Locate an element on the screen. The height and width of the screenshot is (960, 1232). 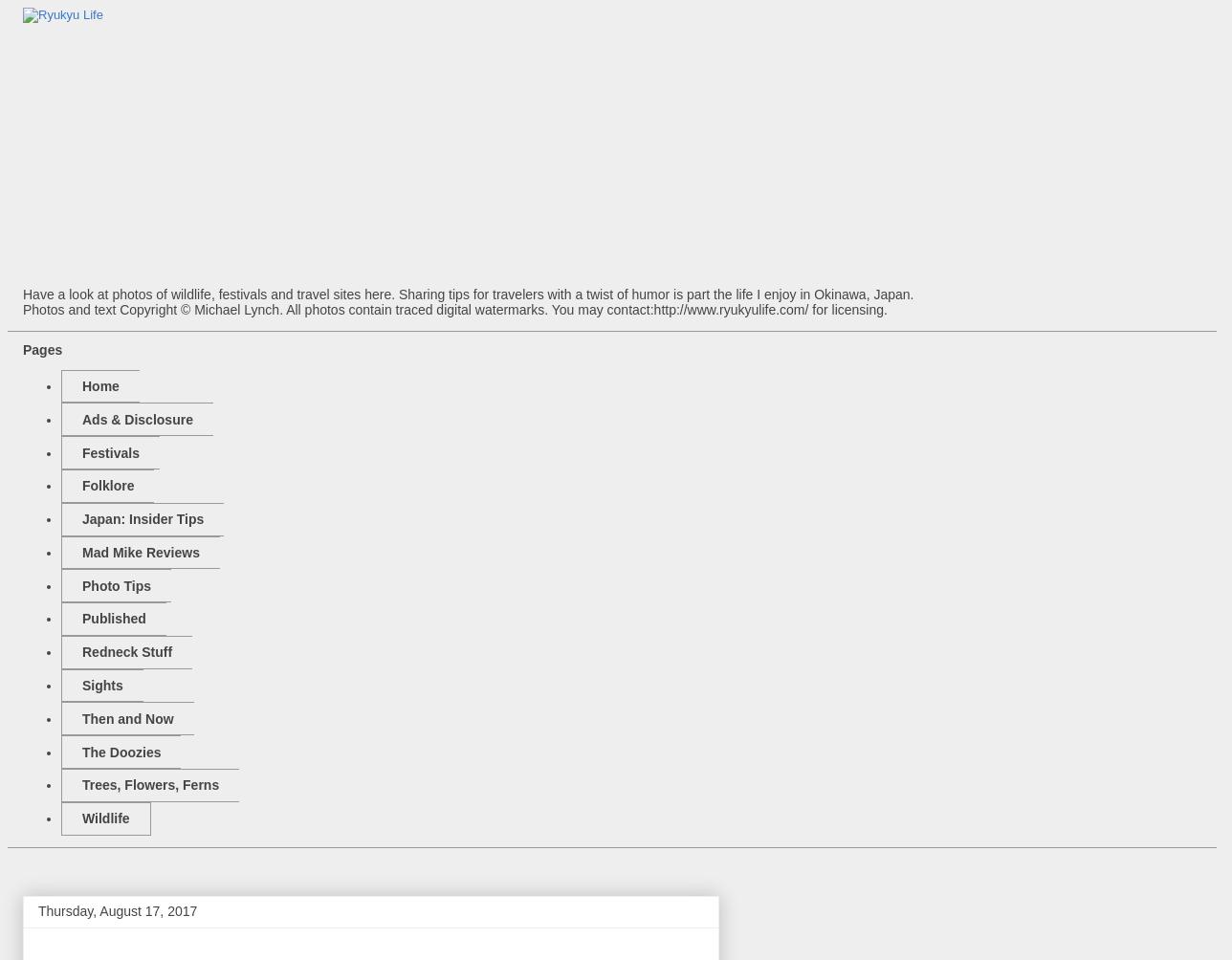
'Pages' is located at coordinates (42, 348).